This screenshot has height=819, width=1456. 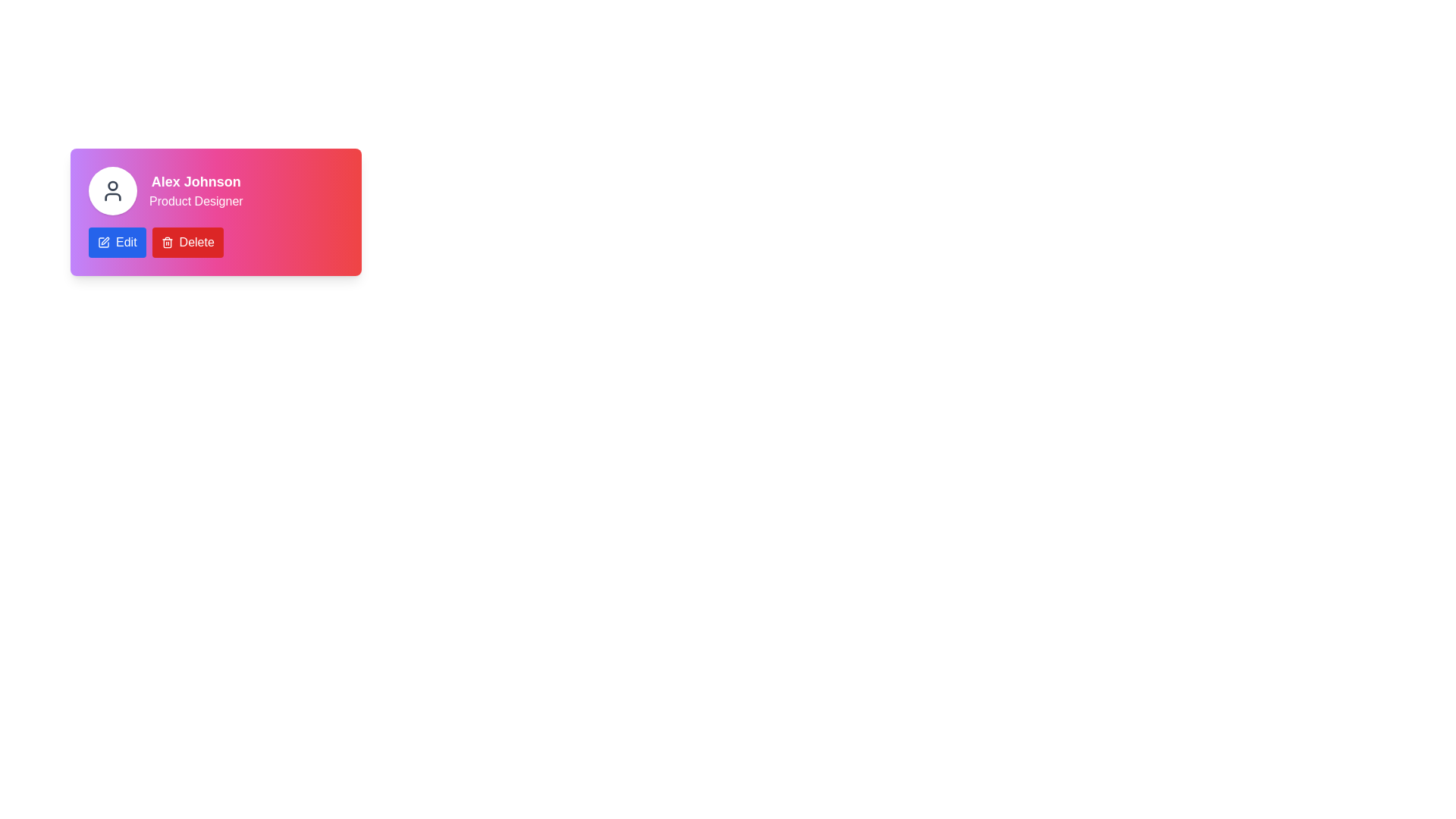 I want to click on the 'Edit' button, which is a rectangular button with a blue background, a white pencil icon on the left, and the text 'Edit' in white on the right, so click(x=116, y=242).